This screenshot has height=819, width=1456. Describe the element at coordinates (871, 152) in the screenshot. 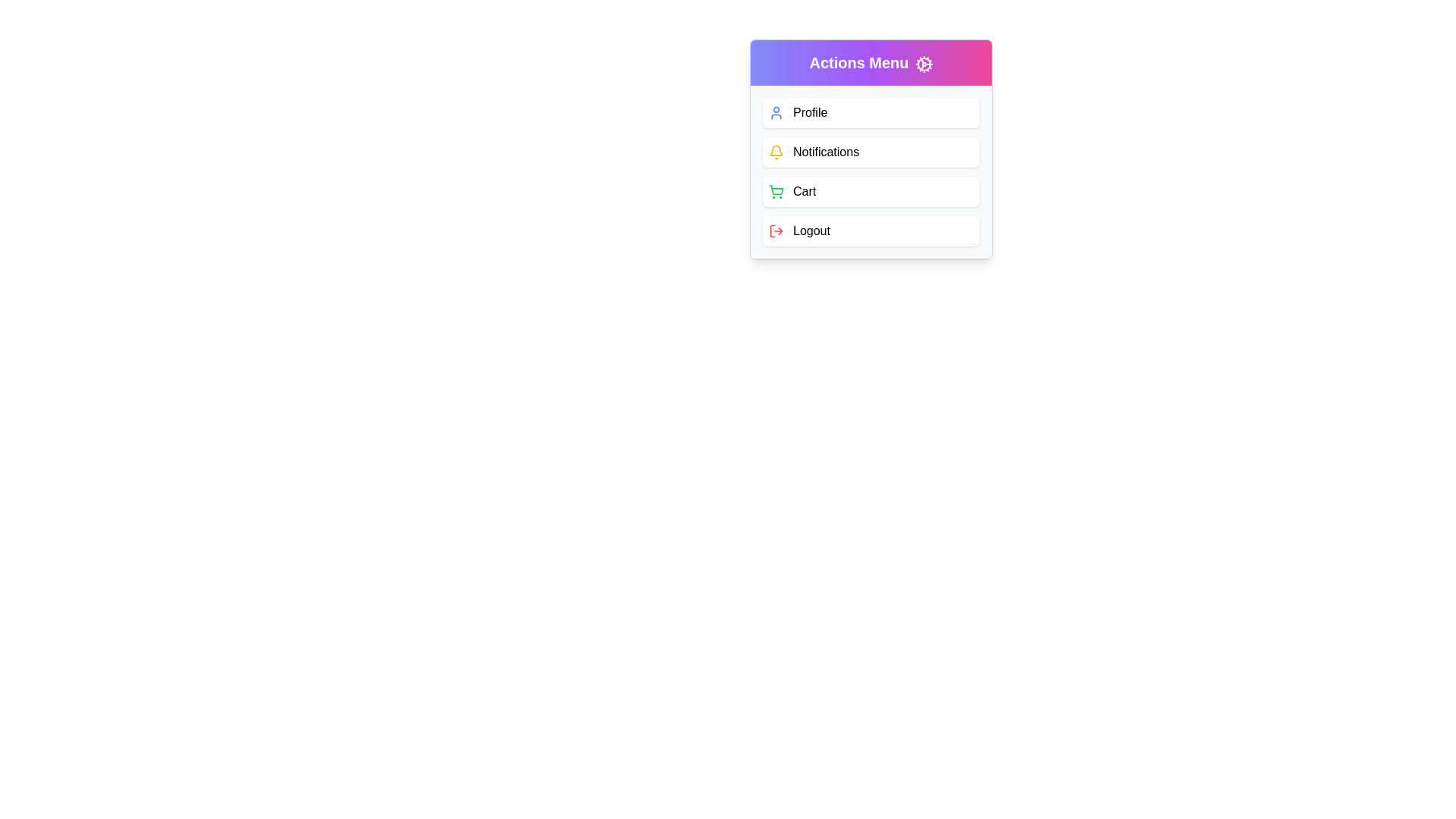

I see `the menu item Notifications to observe its hover effect` at that location.